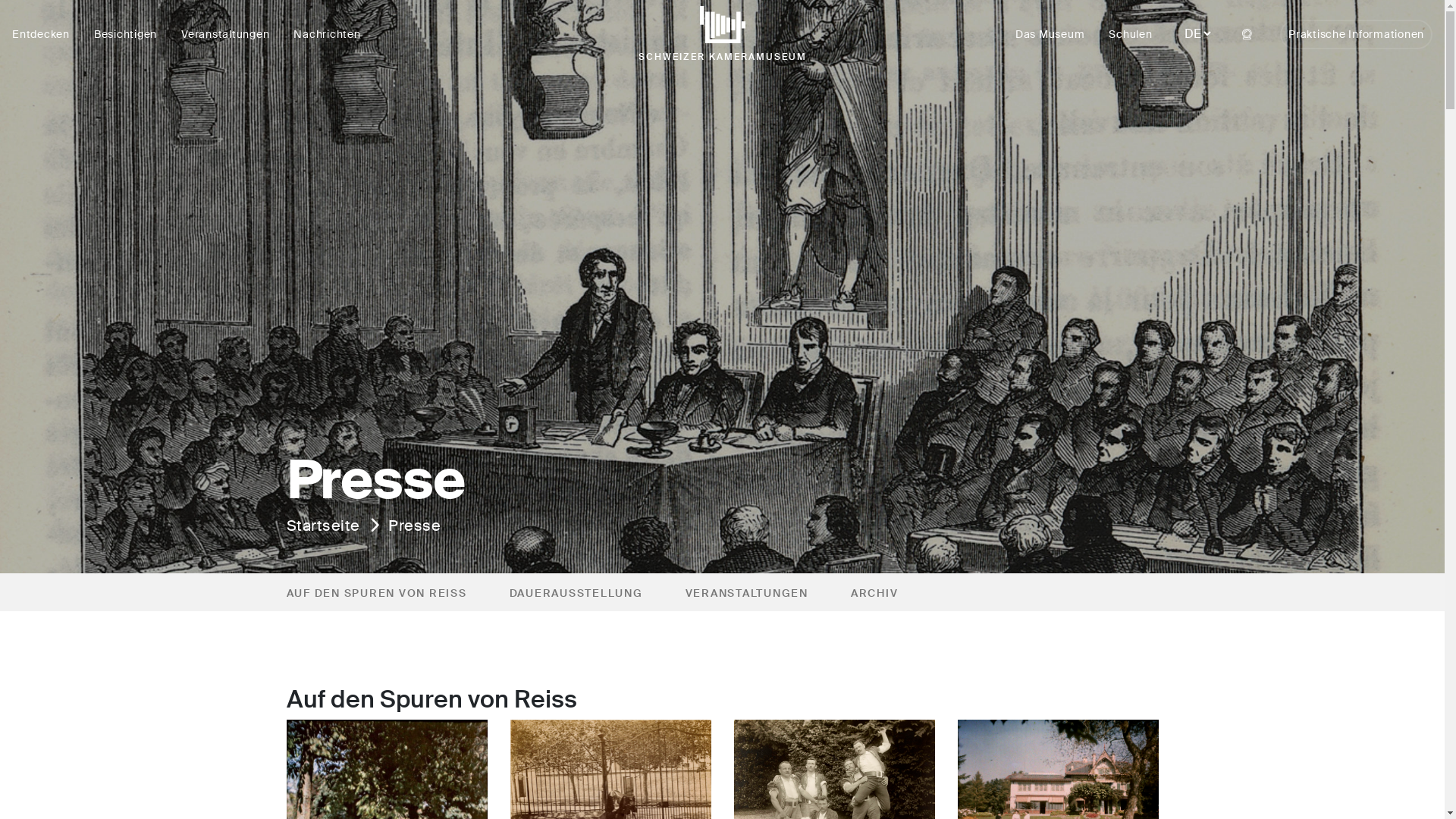 This screenshot has height=819, width=1456. What do you see at coordinates (322, 525) in the screenshot?
I see `'Startseite'` at bounding box center [322, 525].